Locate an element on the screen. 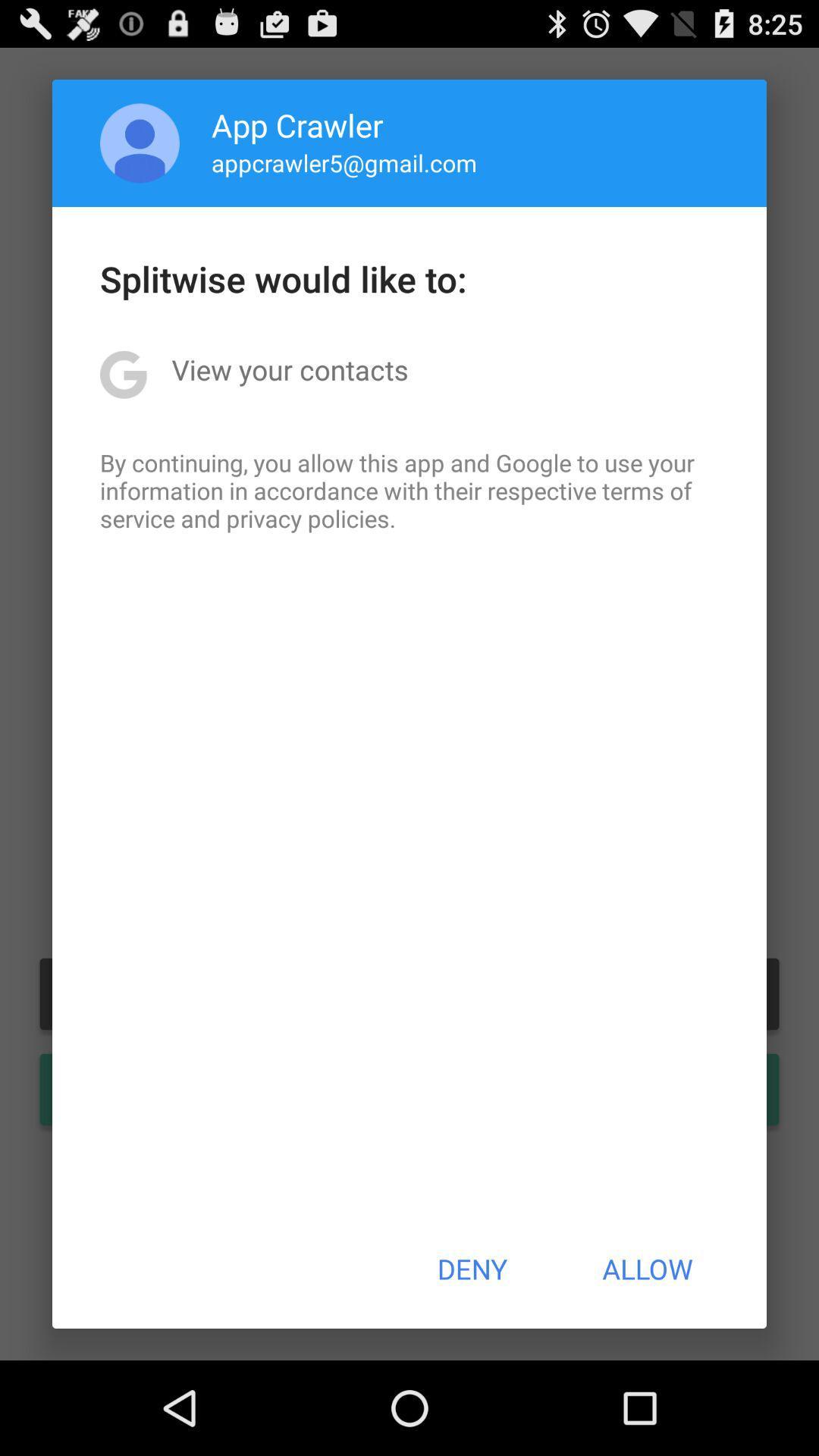 The height and width of the screenshot is (1456, 819). view your contacts icon is located at coordinates (290, 369).